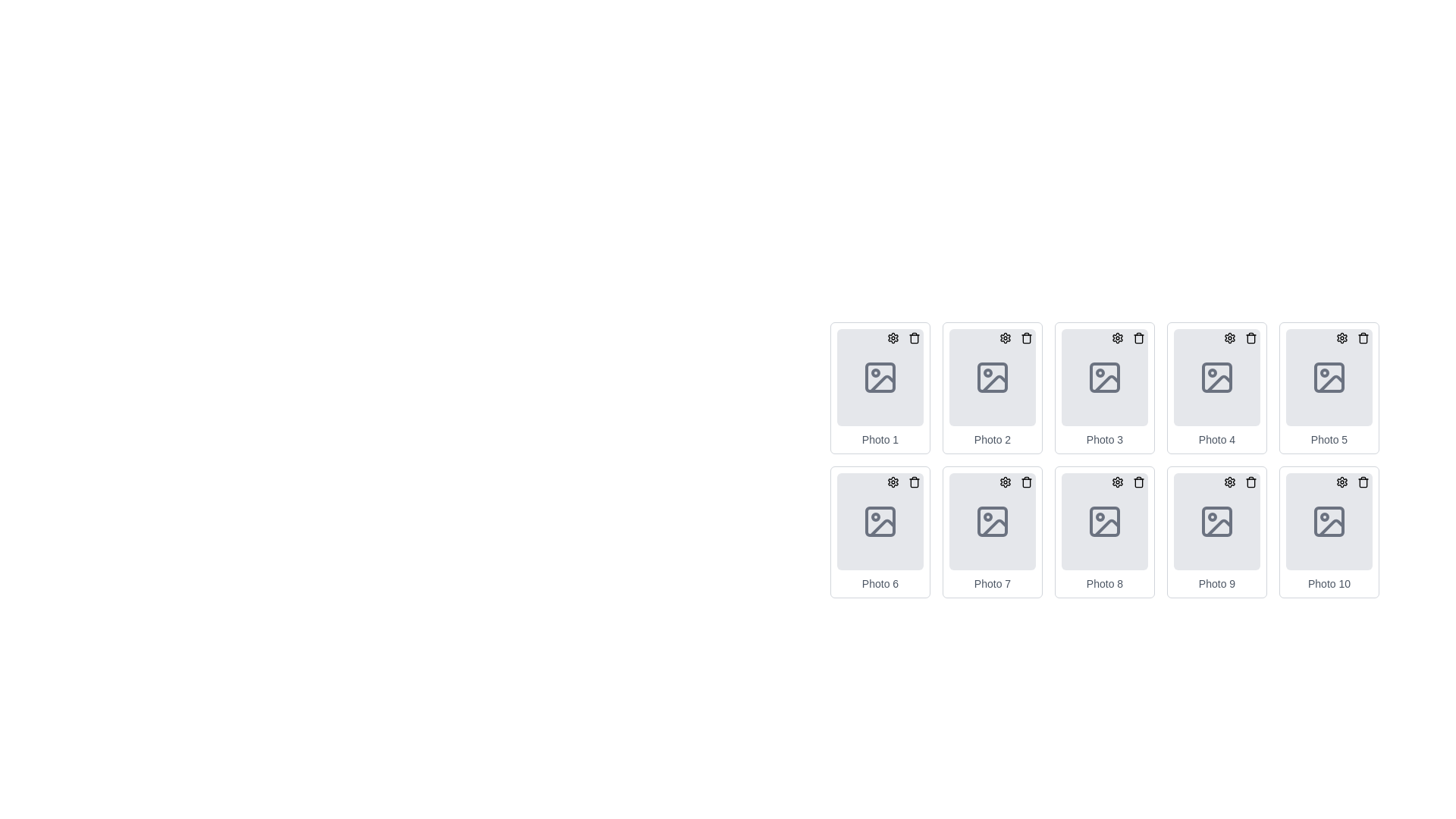  Describe the element at coordinates (1328, 376) in the screenshot. I see `the Image Placeholder with a light gray background and rounded border located in the center of the 'Photo 5' card` at that location.